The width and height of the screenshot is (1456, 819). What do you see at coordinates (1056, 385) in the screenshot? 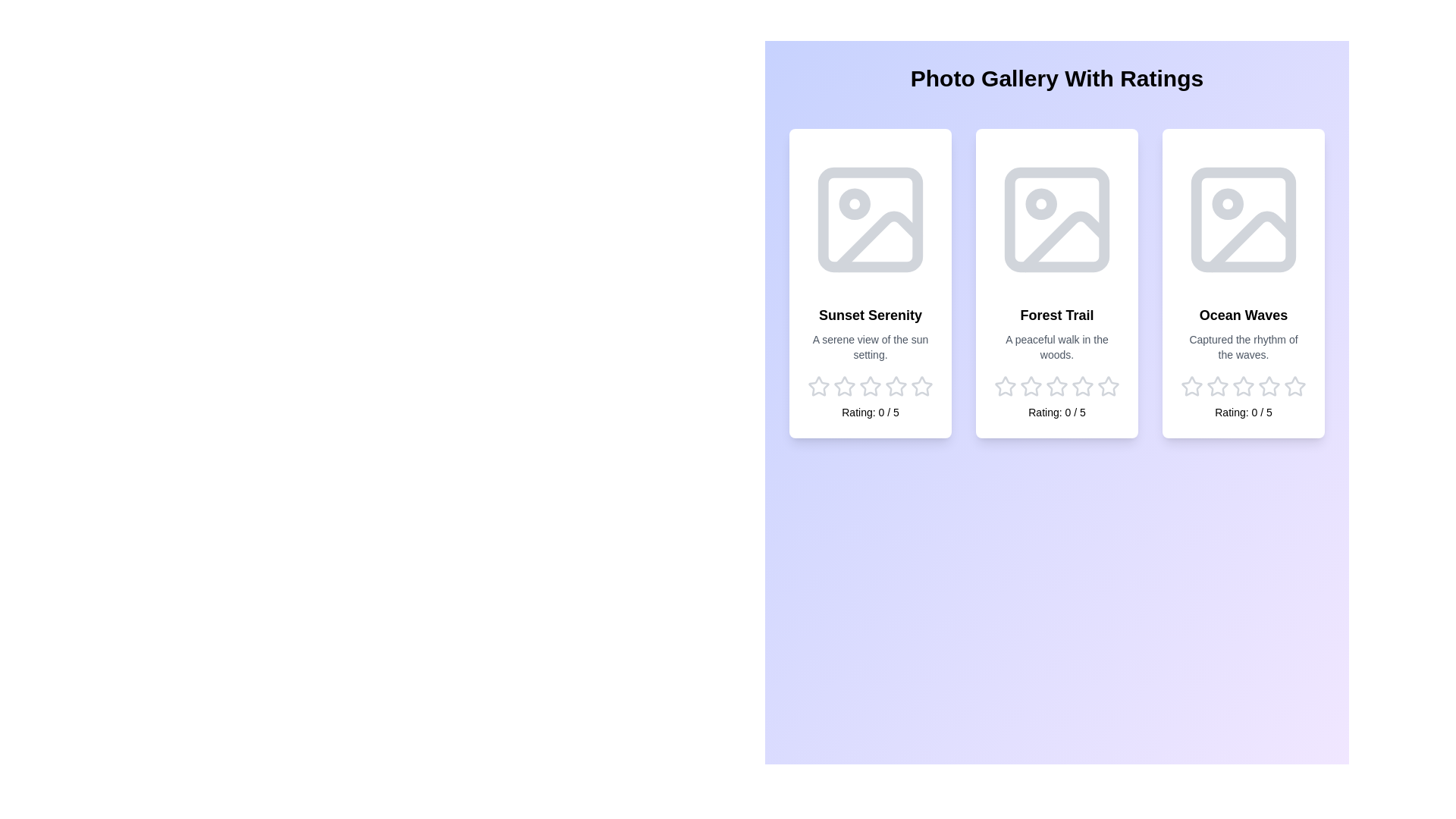
I see `the star corresponding to the rating 3 for the image Forest Trail` at bounding box center [1056, 385].